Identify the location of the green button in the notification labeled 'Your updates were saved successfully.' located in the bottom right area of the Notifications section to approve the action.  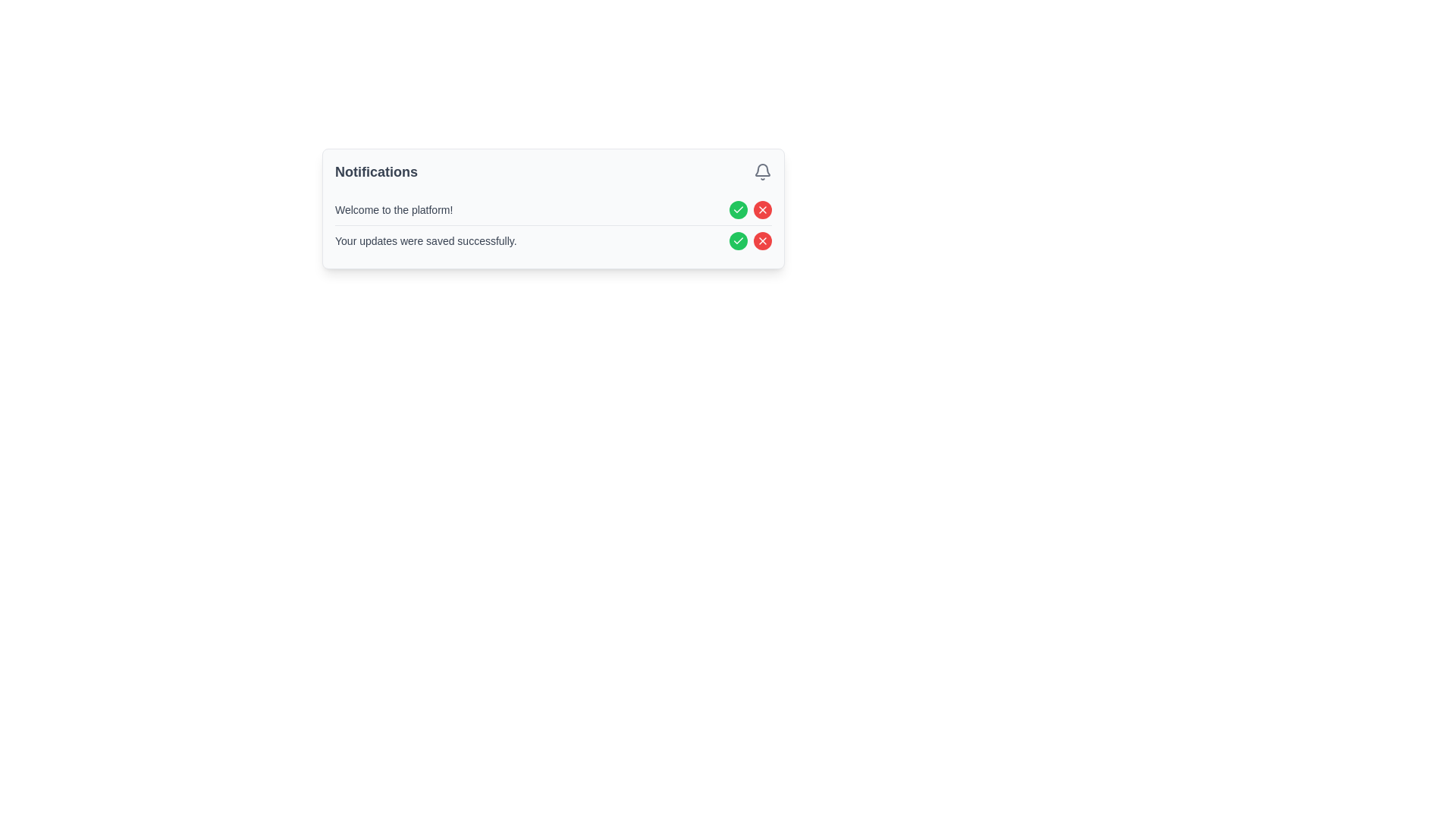
(750, 240).